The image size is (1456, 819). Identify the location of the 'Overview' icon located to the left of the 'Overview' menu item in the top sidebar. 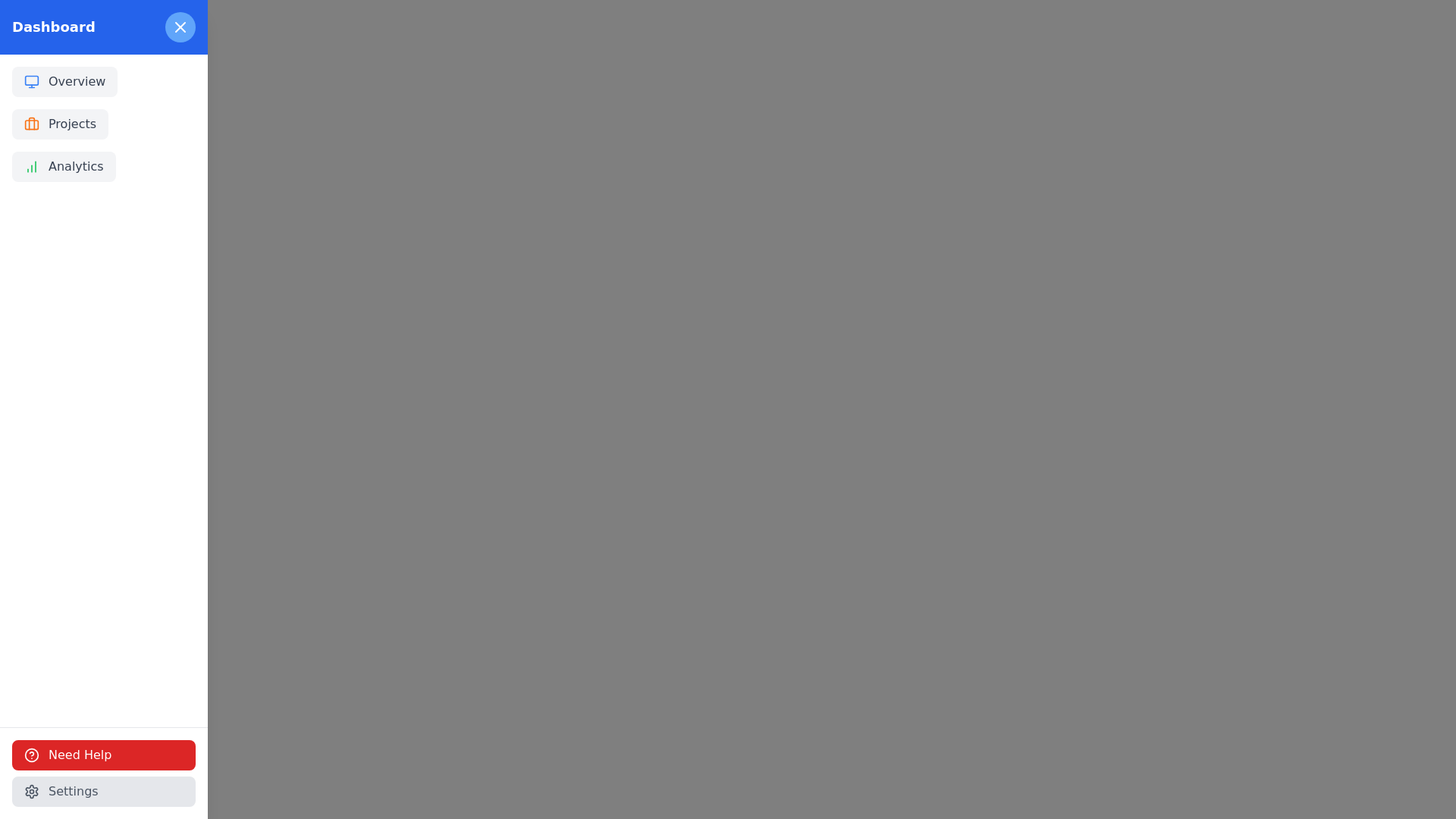
(32, 82).